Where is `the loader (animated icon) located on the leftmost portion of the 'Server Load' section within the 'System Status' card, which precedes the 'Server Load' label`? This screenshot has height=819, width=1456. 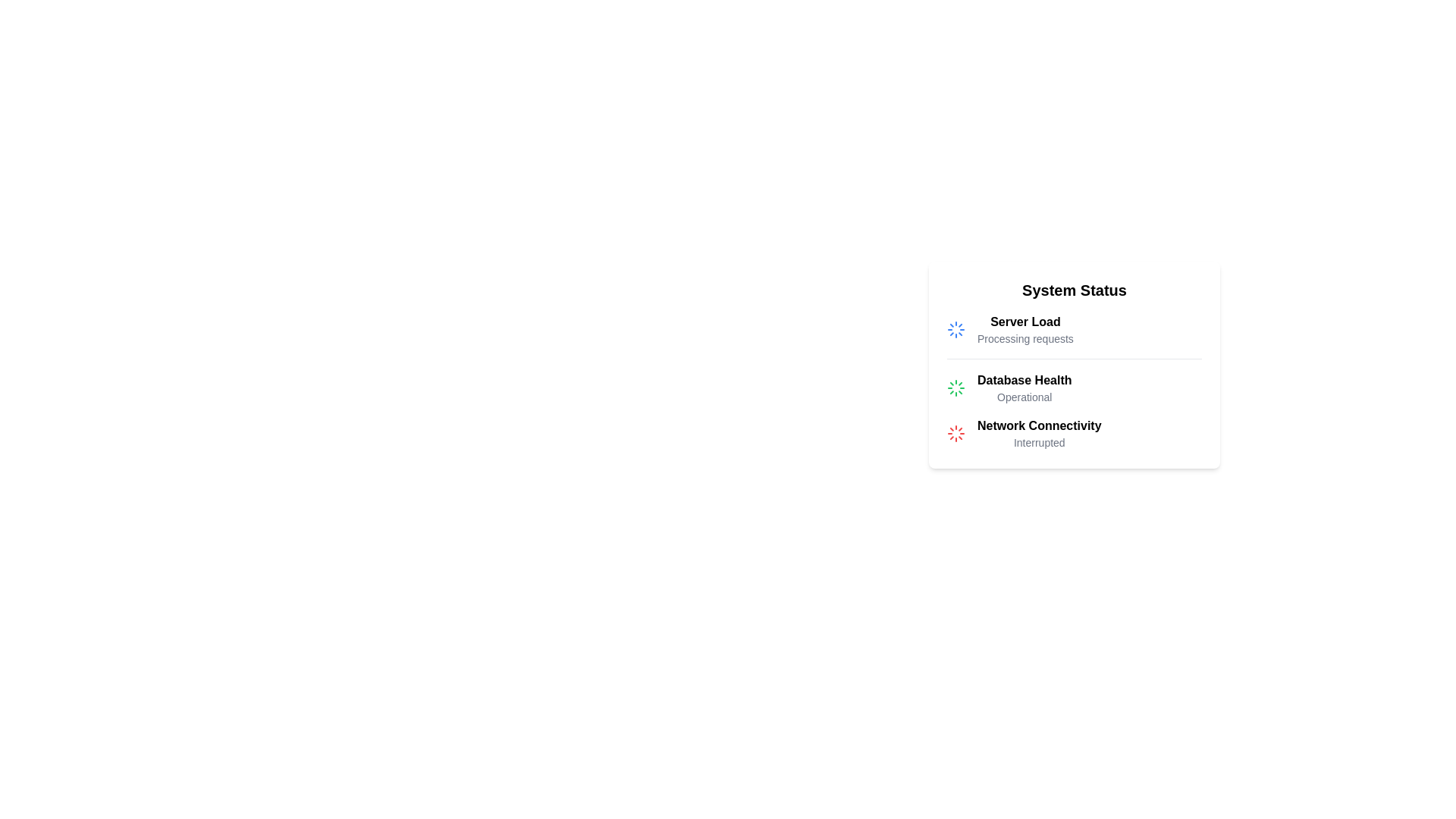
the loader (animated icon) located on the leftmost portion of the 'Server Load' section within the 'System Status' card, which precedes the 'Server Load' label is located at coordinates (955, 329).